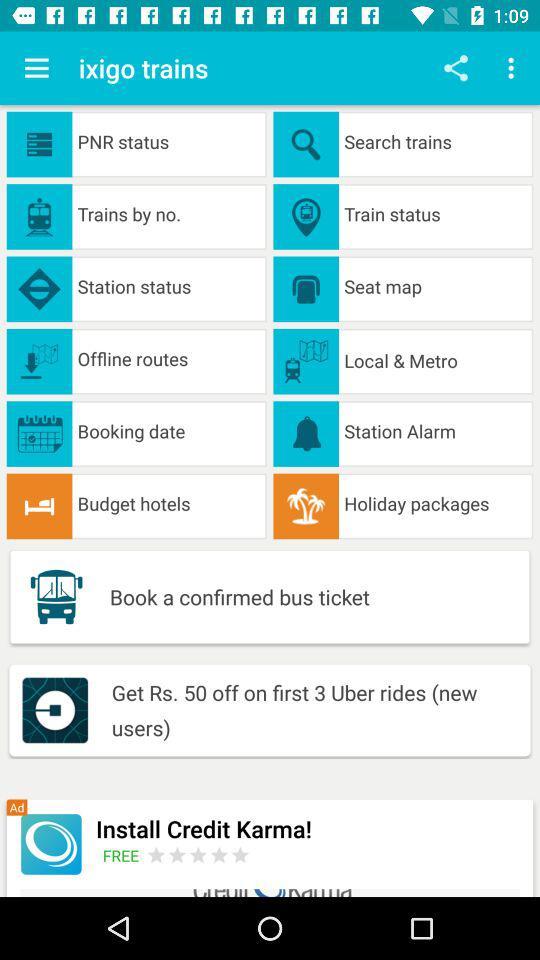 This screenshot has width=540, height=960. What do you see at coordinates (36, 68) in the screenshot?
I see `the app to the left of ixigo trains item` at bounding box center [36, 68].